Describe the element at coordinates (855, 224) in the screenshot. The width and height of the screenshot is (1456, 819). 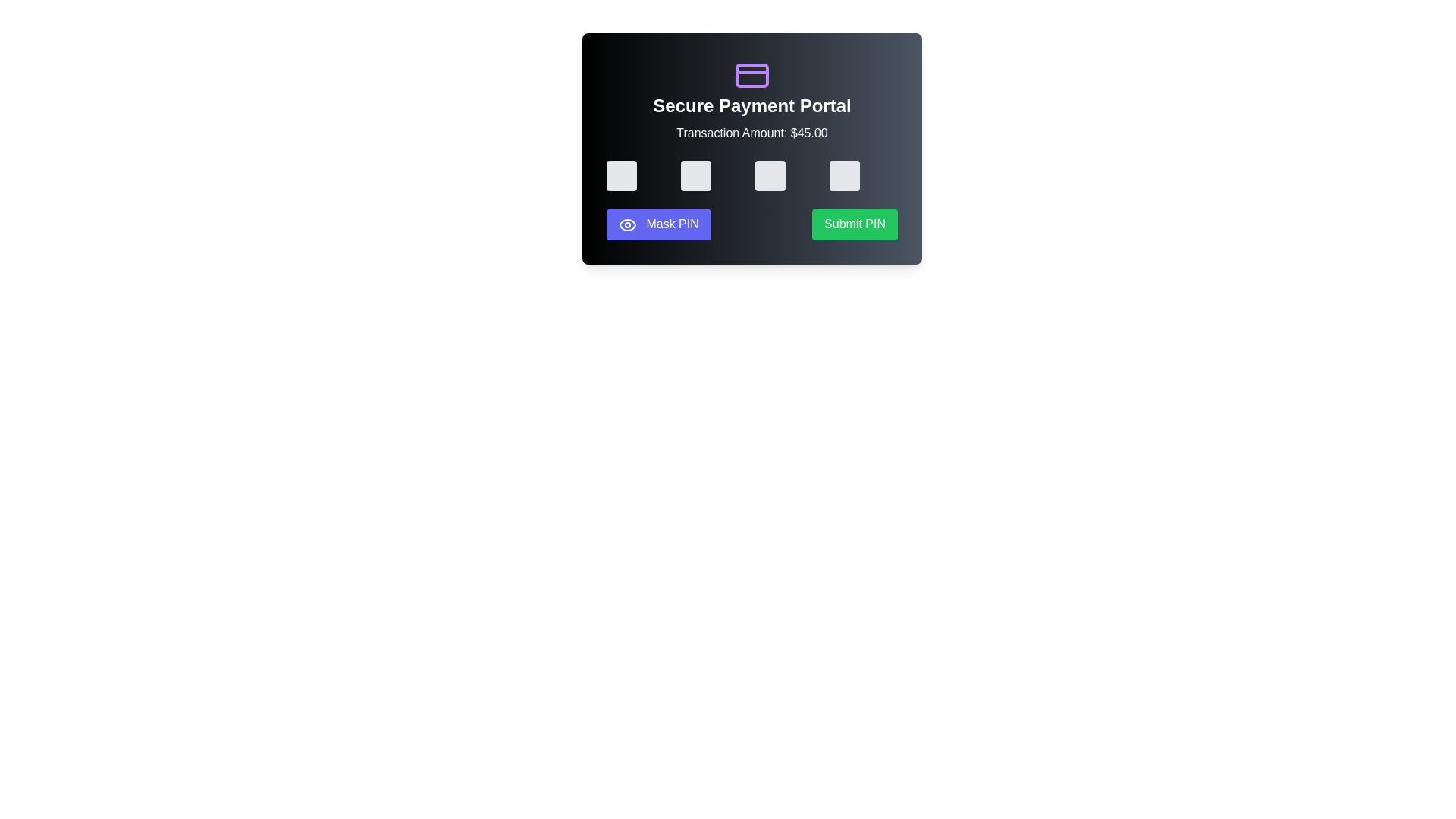
I see `the button located at the far right of the horizontal layout` at that location.